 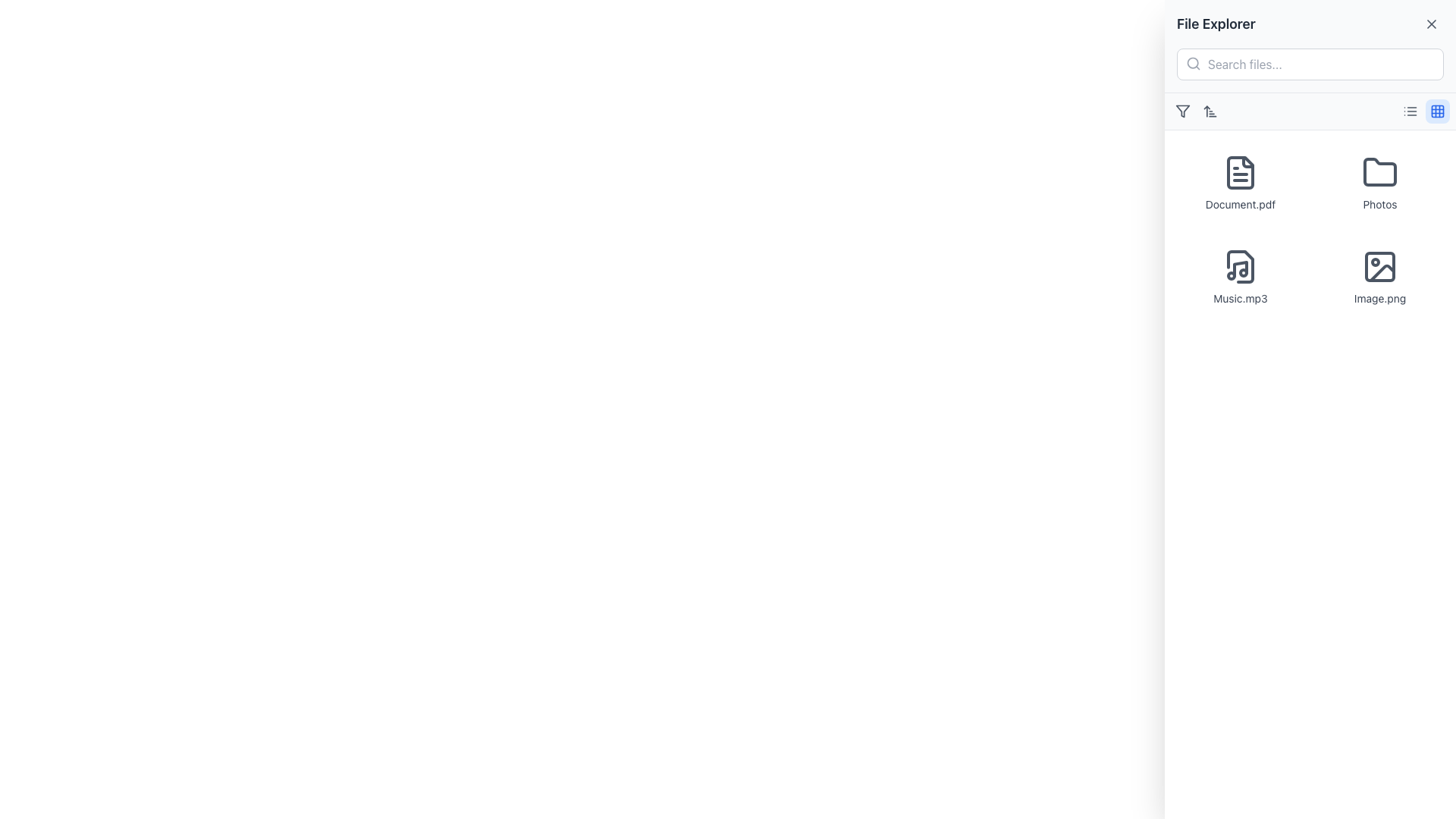 I want to click on the 'Document.pdf' File representation card, so click(x=1241, y=183).